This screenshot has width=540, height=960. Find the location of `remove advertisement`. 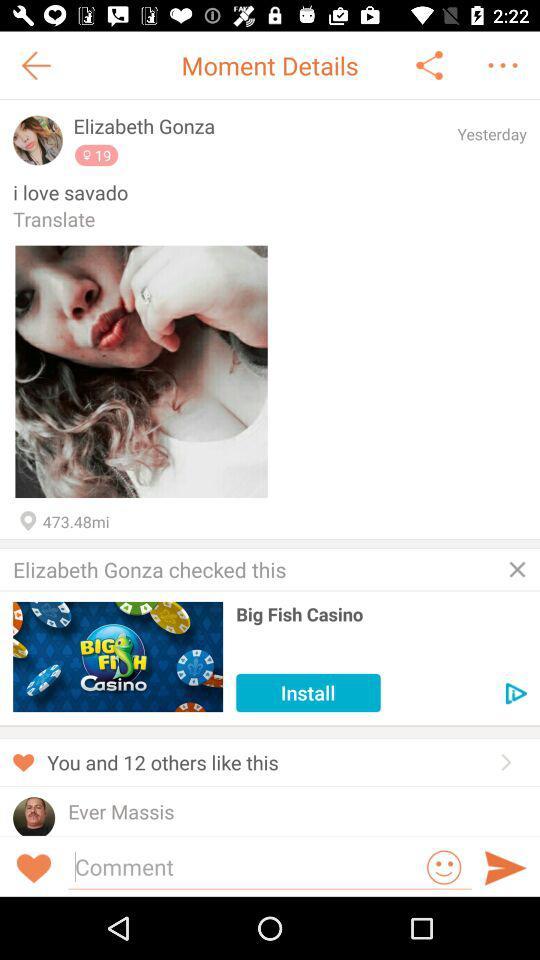

remove advertisement is located at coordinates (517, 569).